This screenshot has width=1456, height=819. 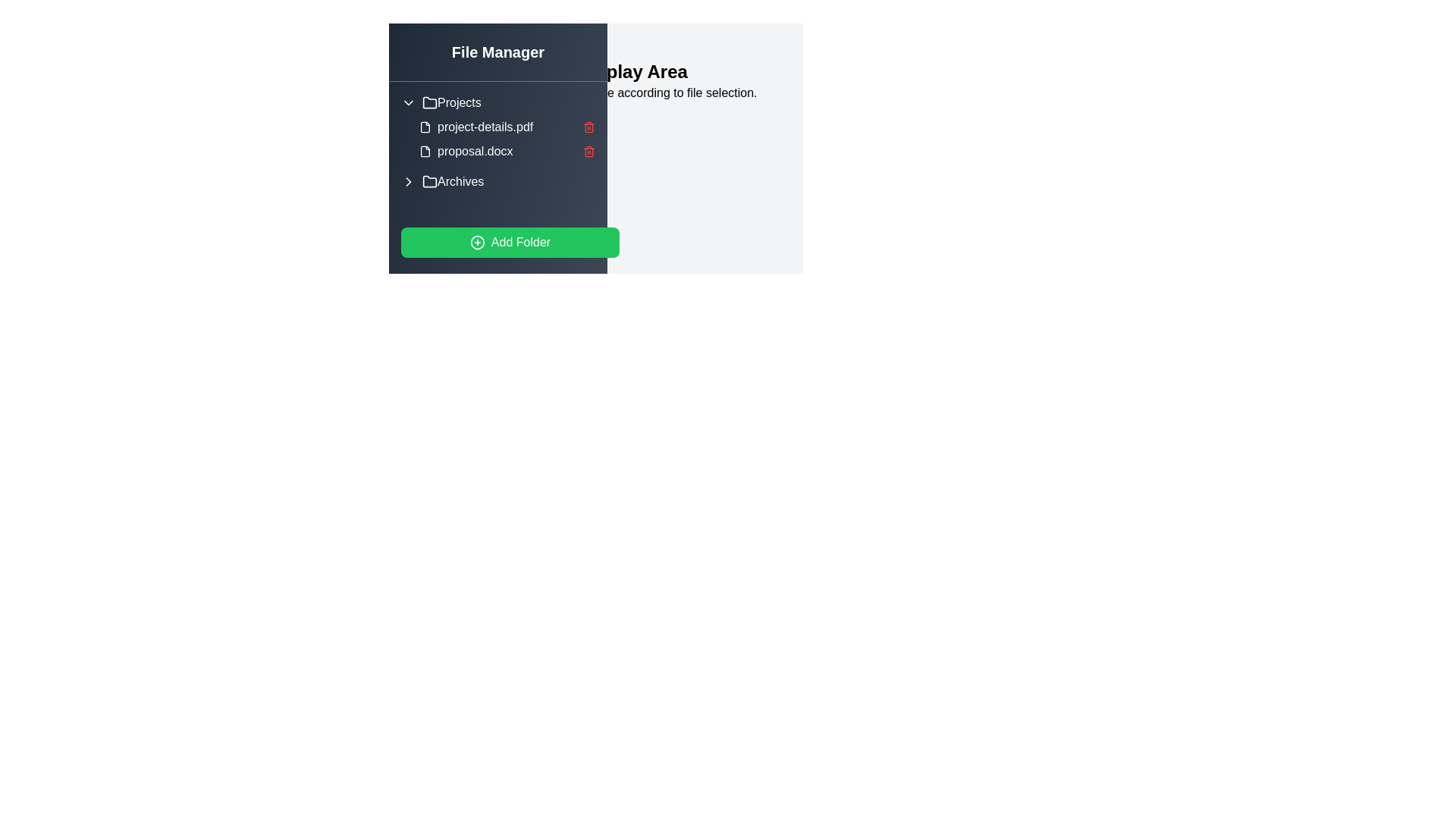 I want to click on the small right-pointing chevron icon with a minimalist outline, so click(x=408, y=180).